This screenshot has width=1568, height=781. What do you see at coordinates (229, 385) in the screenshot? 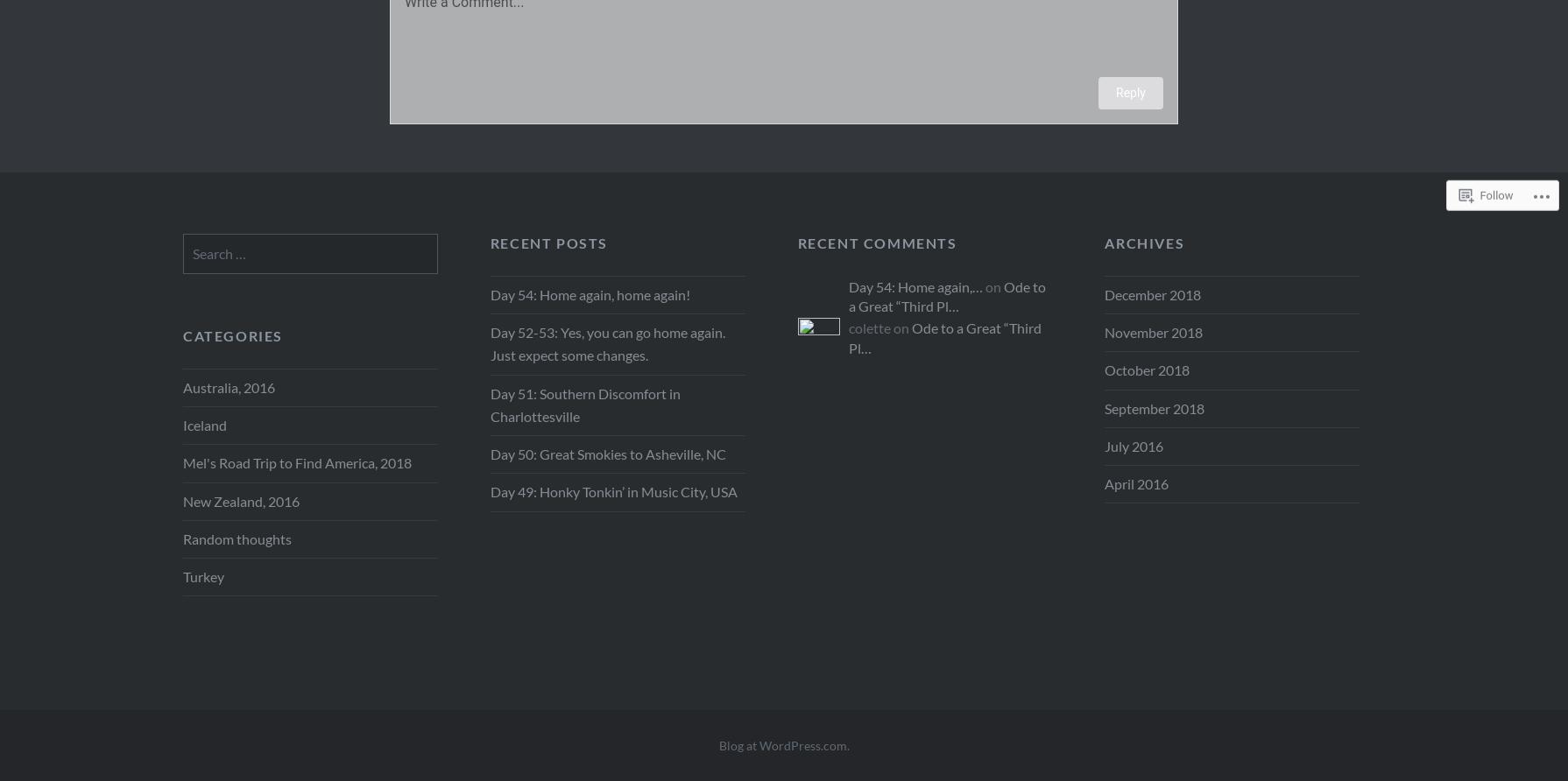
I see `'Australia, 2016'` at bounding box center [229, 385].